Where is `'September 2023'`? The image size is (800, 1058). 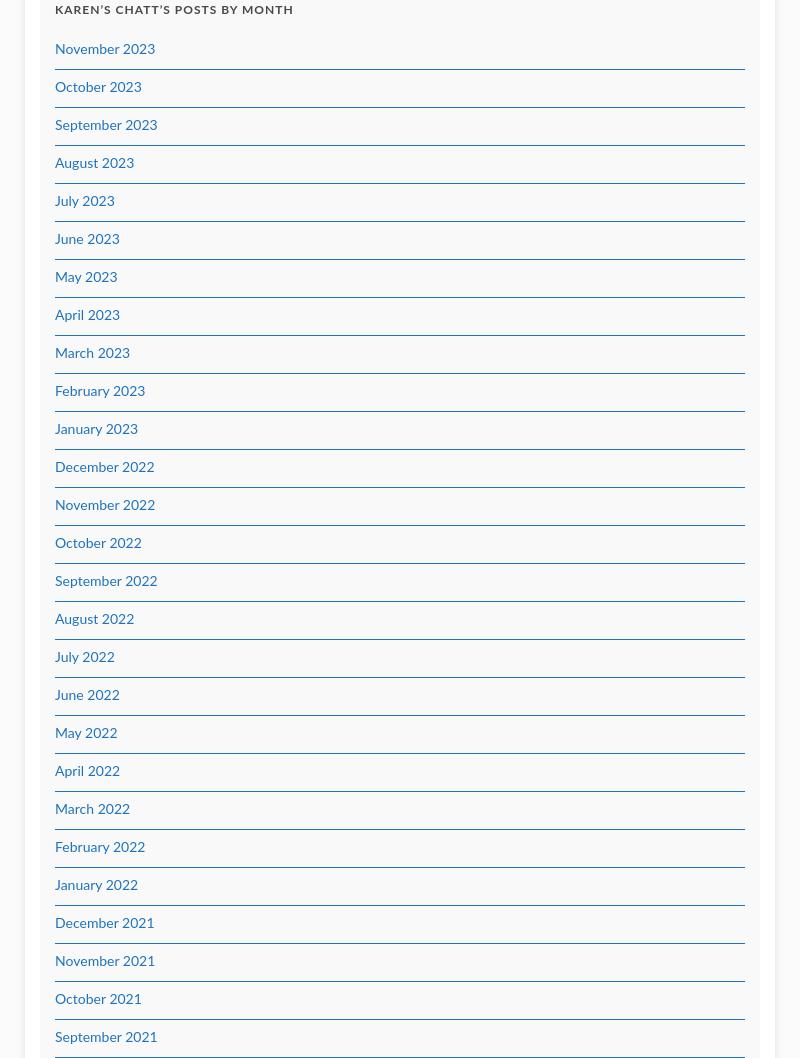 'September 2023' is located at coordinates (105, 125).